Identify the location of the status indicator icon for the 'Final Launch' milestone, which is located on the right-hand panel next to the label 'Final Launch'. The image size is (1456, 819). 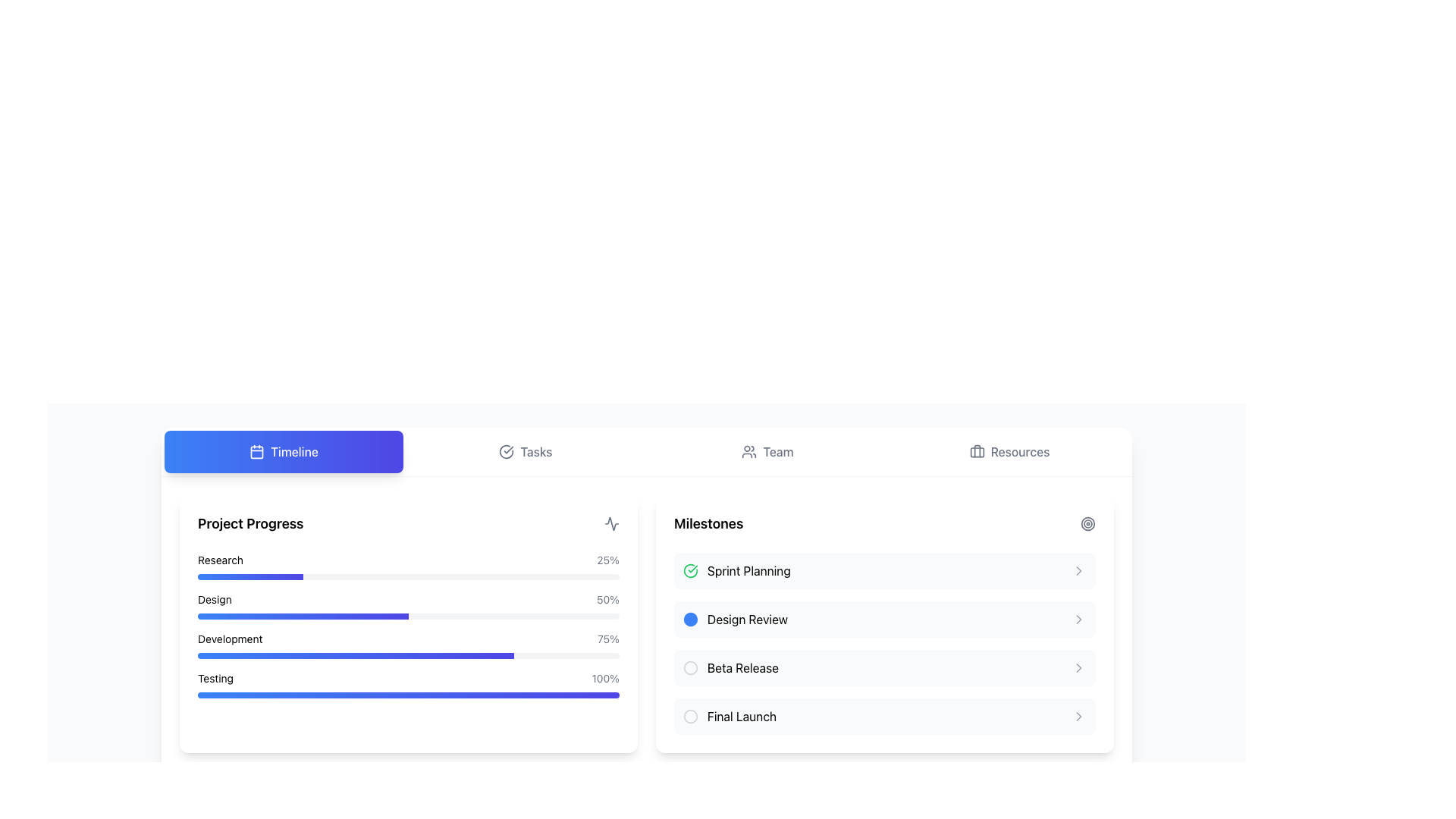
(690, 717).